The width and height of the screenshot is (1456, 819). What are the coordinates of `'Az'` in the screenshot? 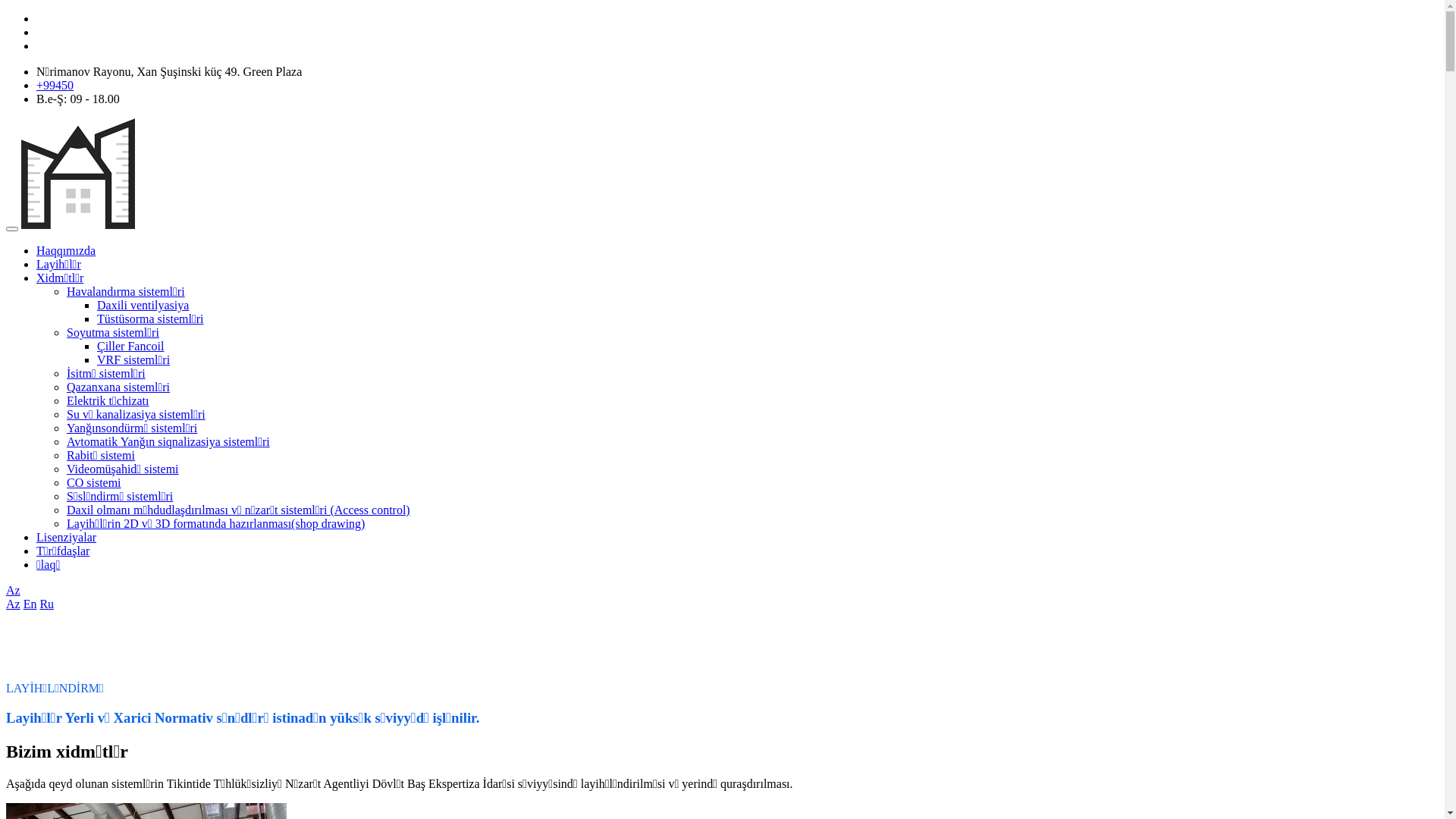 It's located at (13, 603).